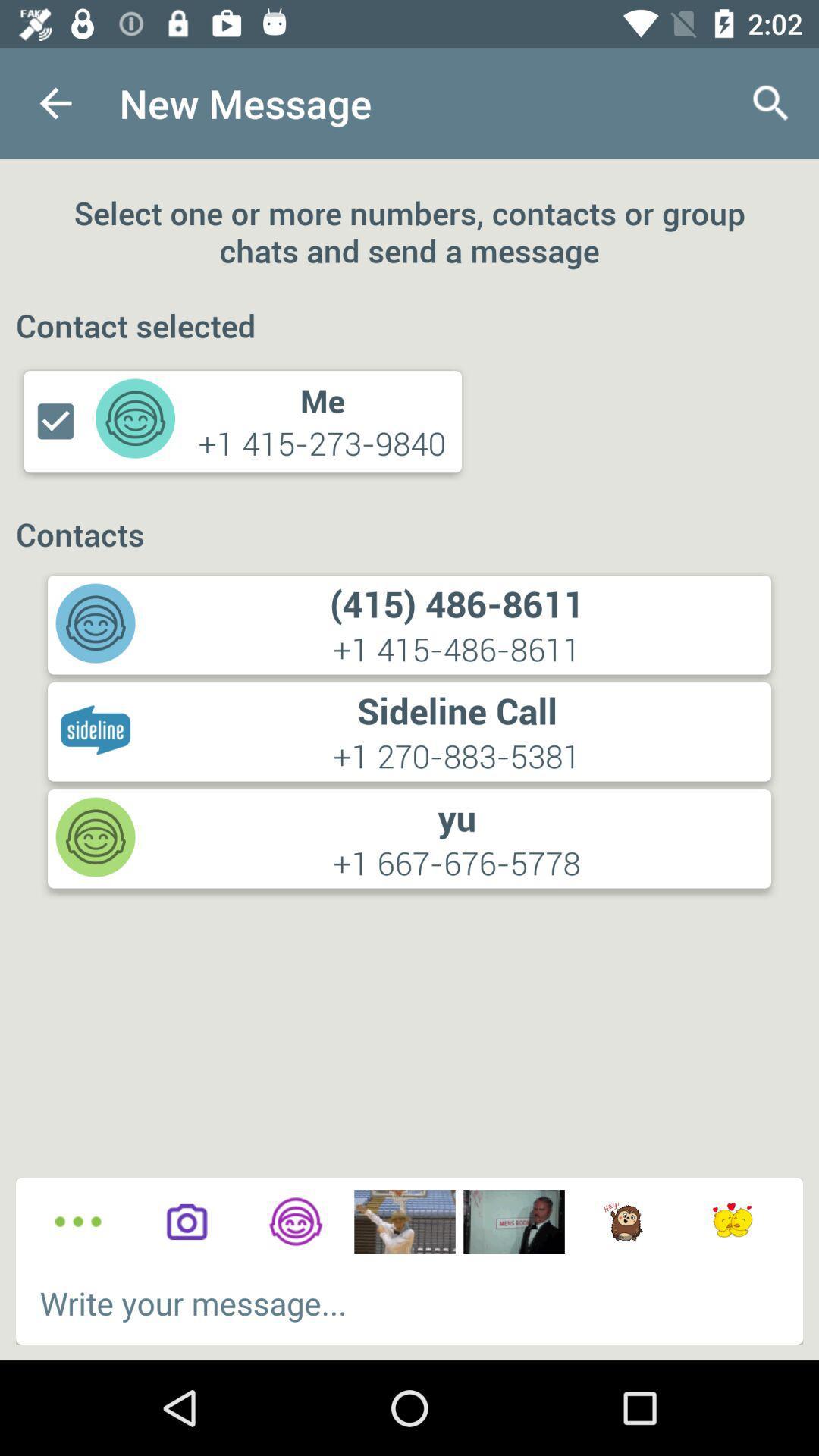  I want to click on other options, so click(78, 1222).